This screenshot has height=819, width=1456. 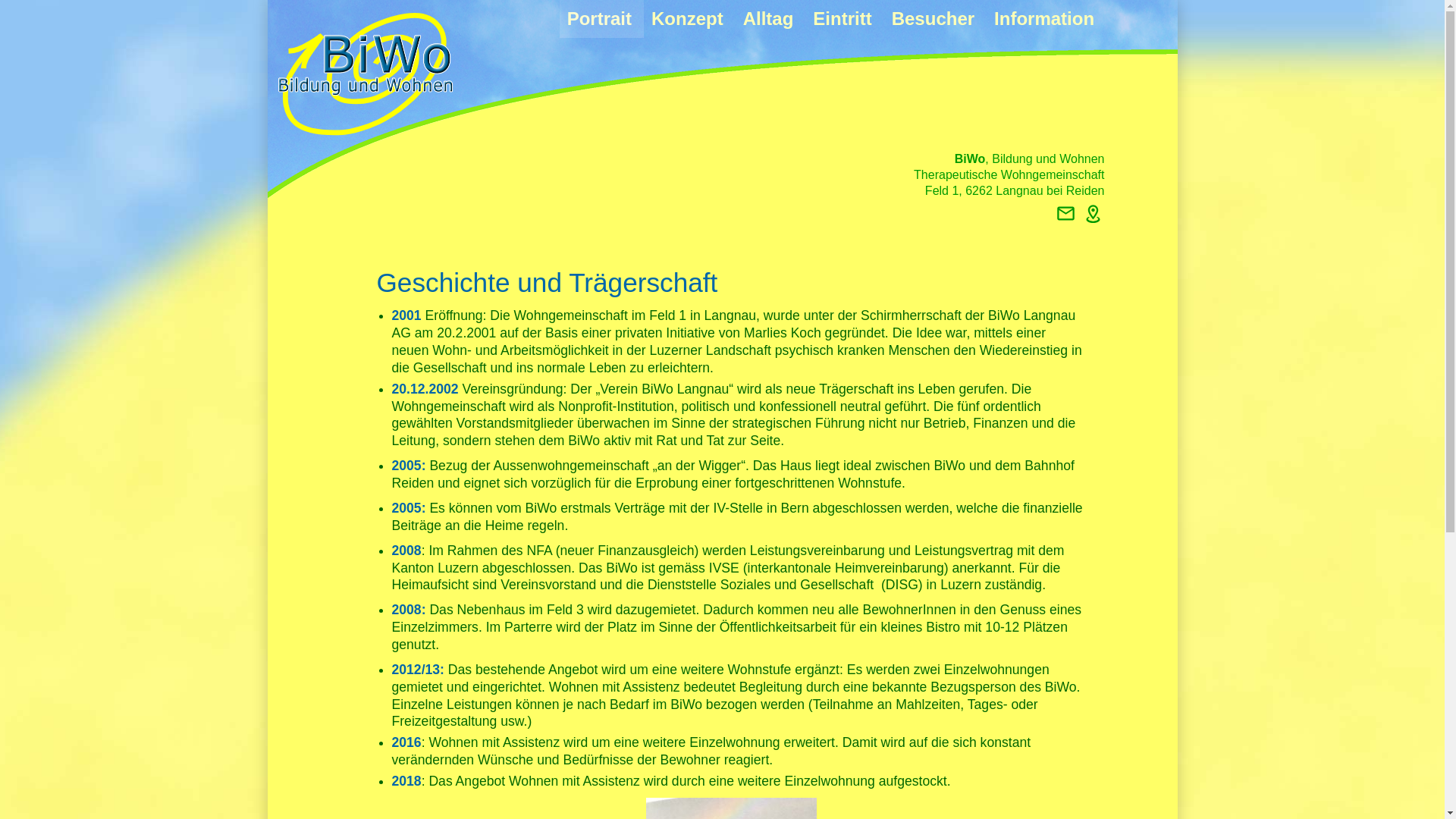 What do you see at coordinates (770, 18) in the screenshot?
I see `'Alltag'` at bounding box center [770, 18].